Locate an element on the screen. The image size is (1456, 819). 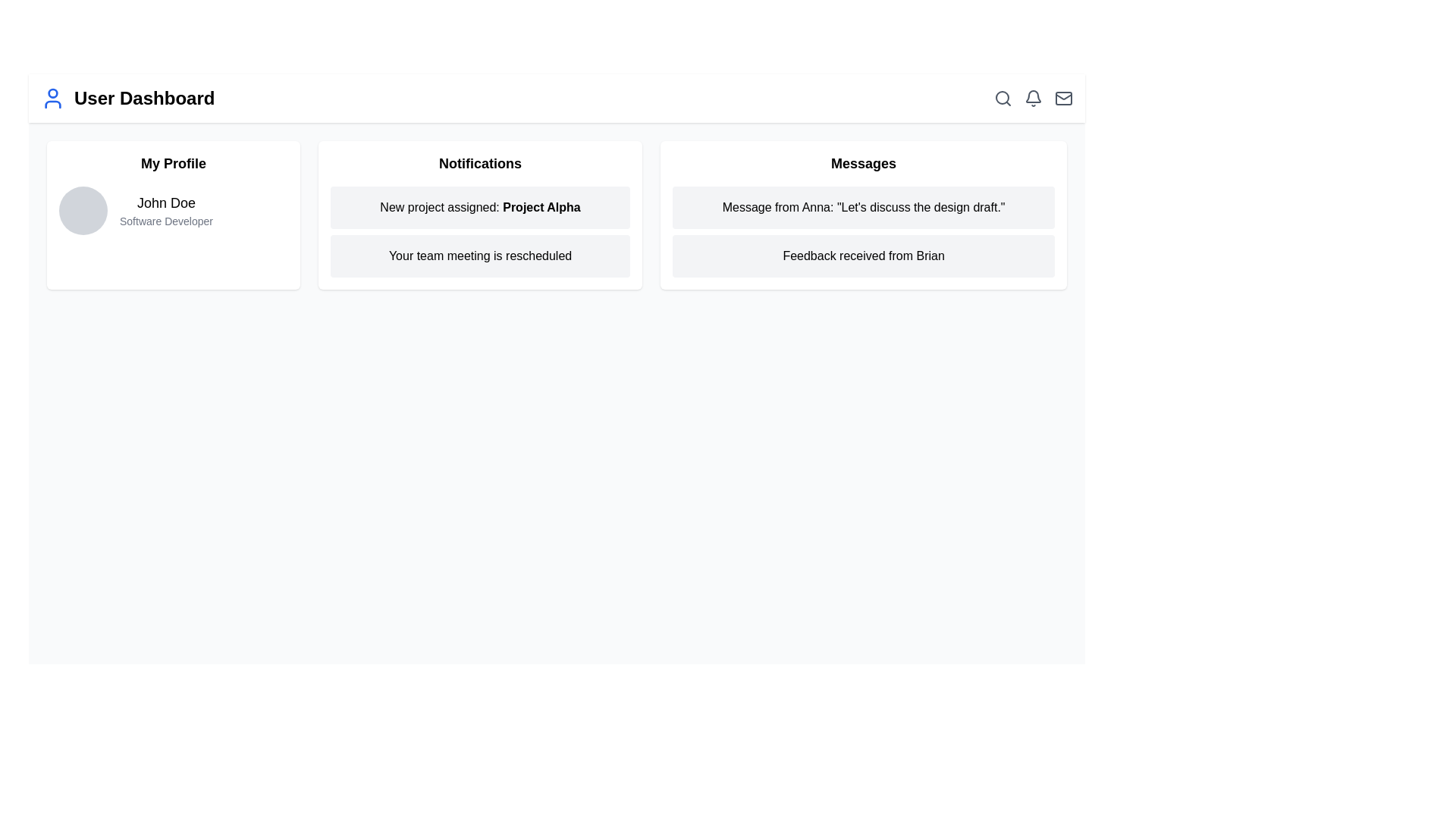
notification card displaying 'New project assigned: Project Alpha' located in the Notifications section of the dashboard is located at coordinates (479, 207).